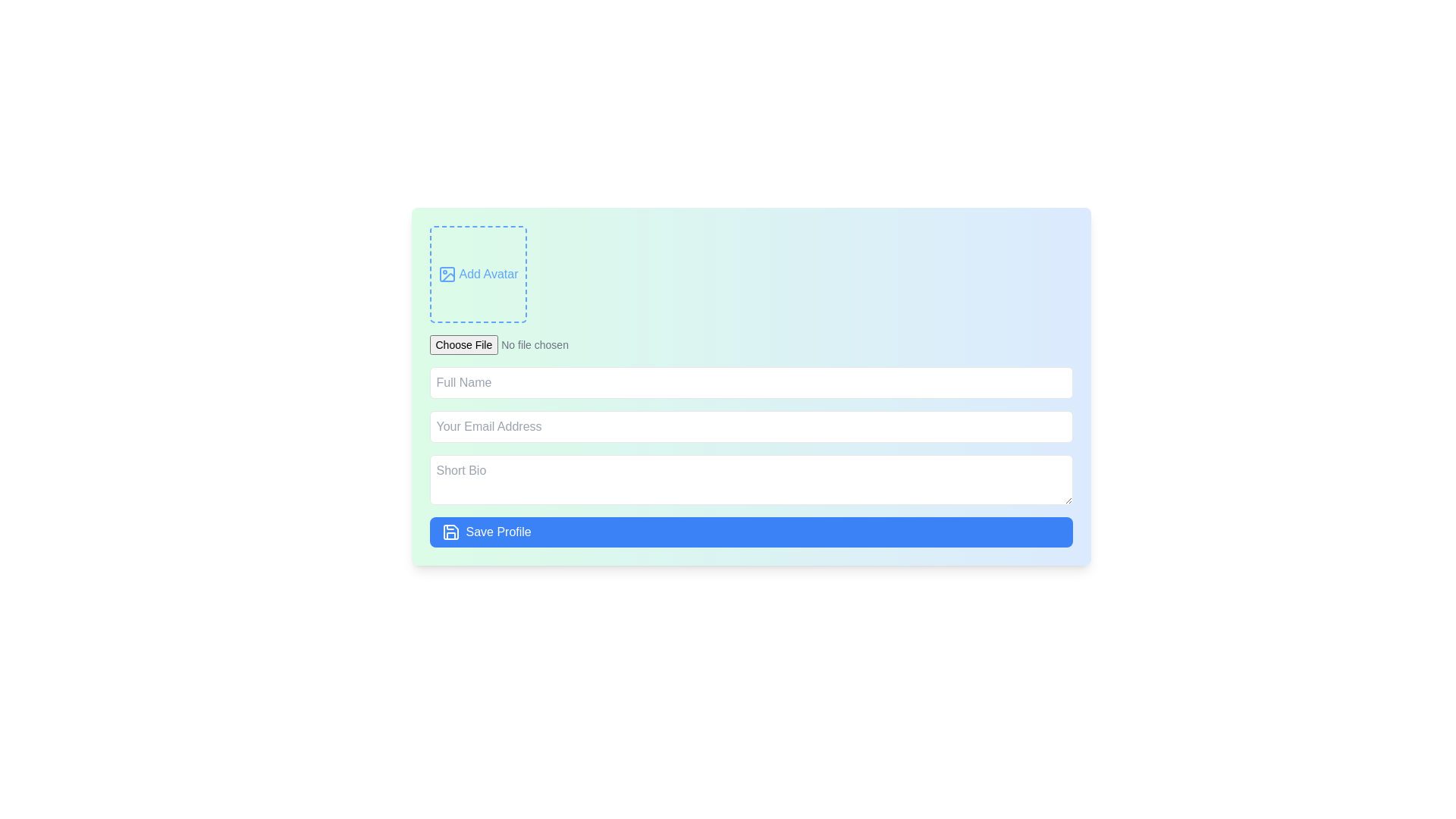  Describe the element at coordinates (488, 275) in the screenshot. I see `the static text label displaying 'Add Avatar', which is styled in blue and located within a dashed rectangle at the top-left area of the form interface` at that location.